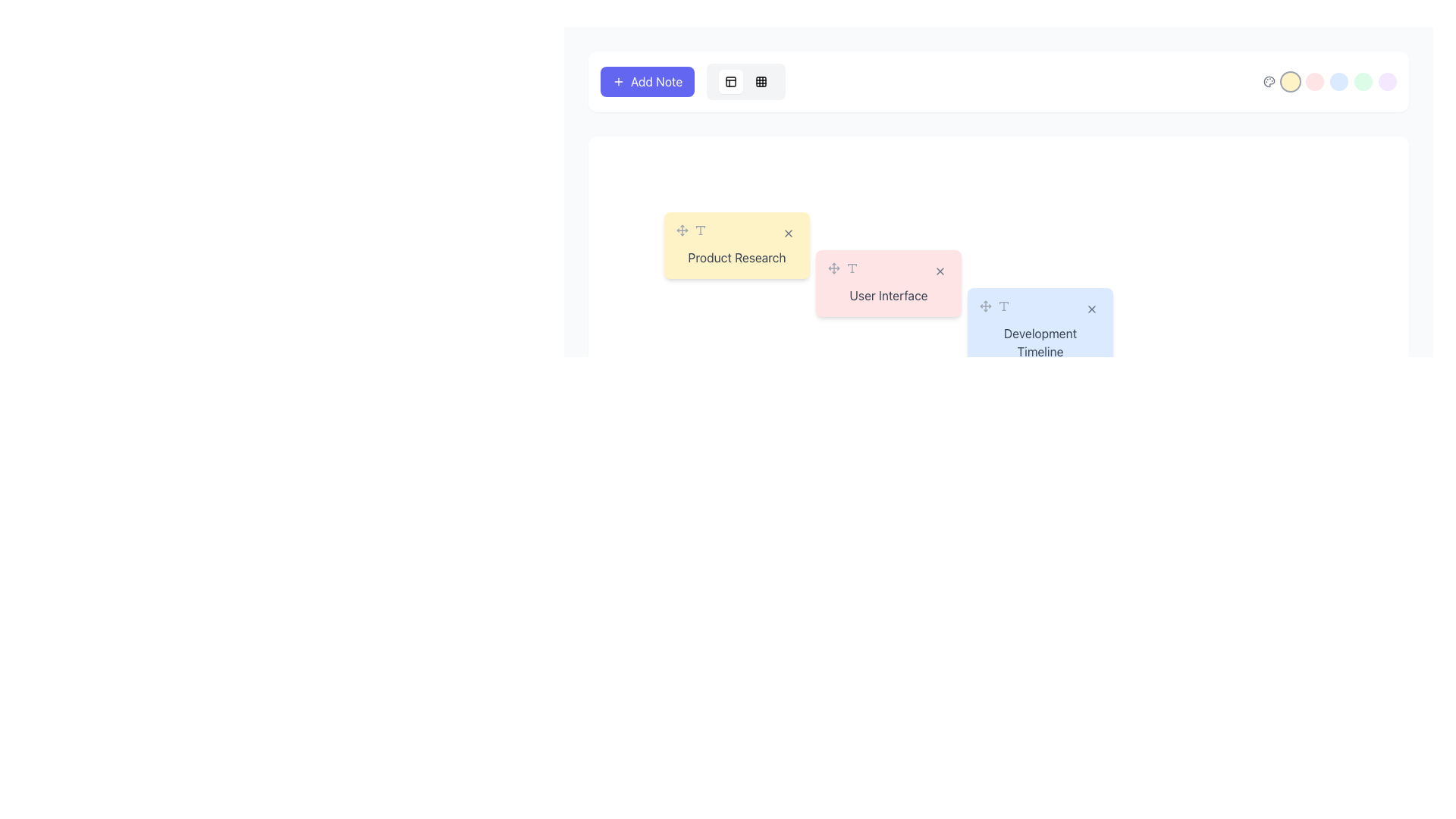  What do you see at coordinates (761, 82) in the screenshot?
I see `the 3x3 grid pattern icon in the toolbar` at bounding box center [761, 82].